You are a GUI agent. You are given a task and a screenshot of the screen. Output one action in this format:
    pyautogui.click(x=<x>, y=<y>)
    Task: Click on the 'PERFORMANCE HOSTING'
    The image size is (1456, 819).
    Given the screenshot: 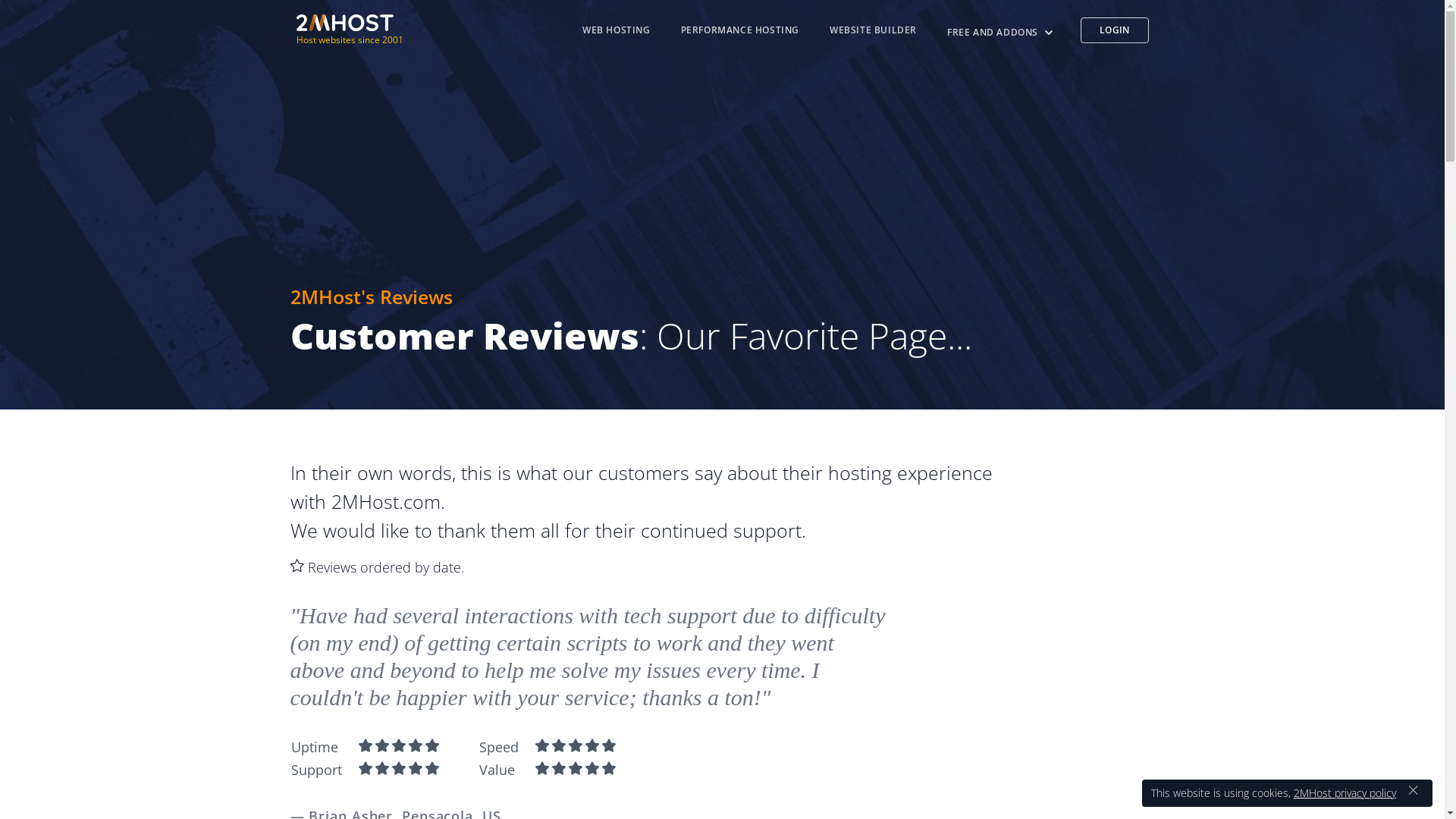 What is the action you would take?
    pyautogui.click(x=739, y=30)
    